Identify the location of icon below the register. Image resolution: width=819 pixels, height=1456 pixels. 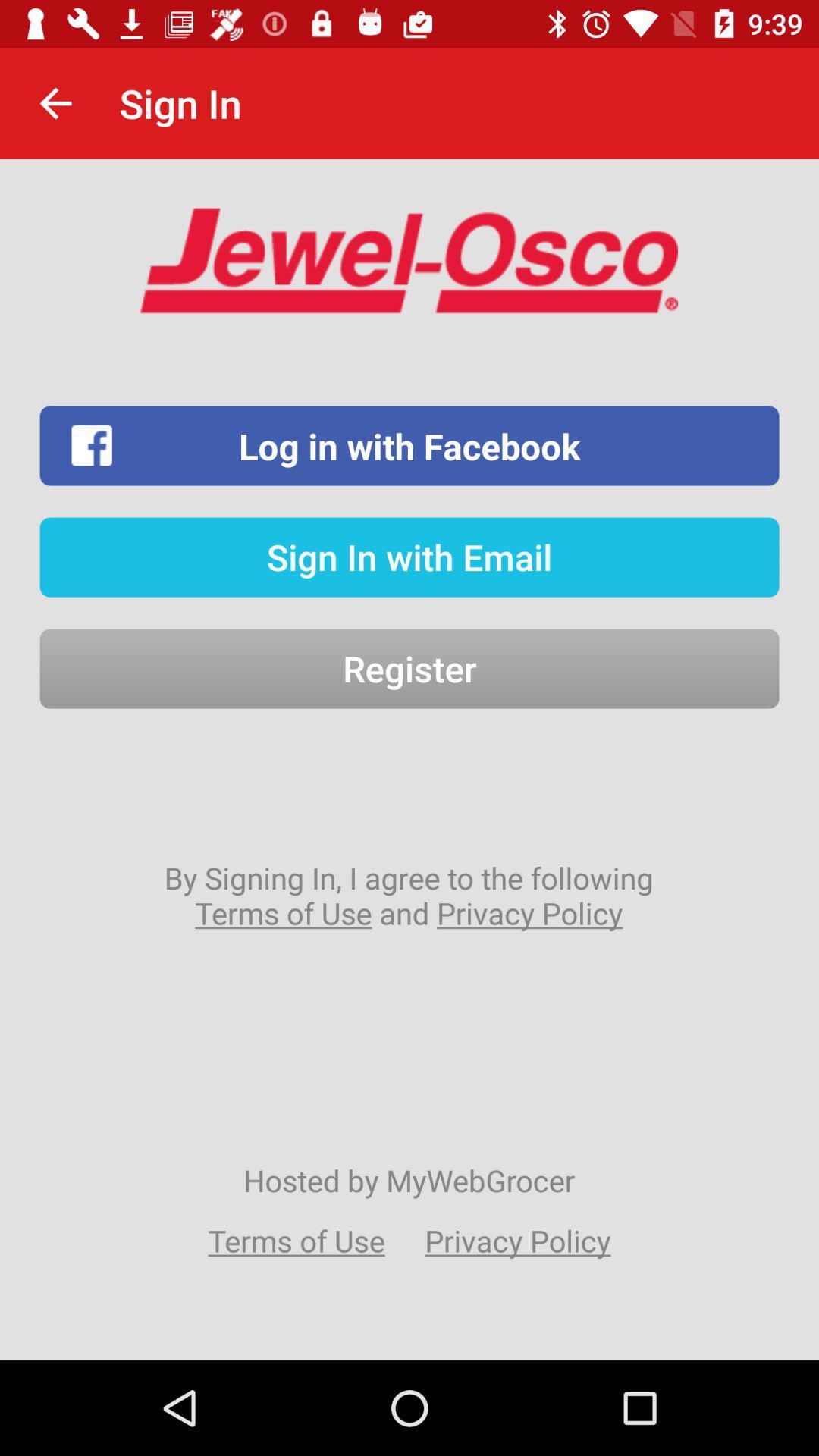
(408, 895).